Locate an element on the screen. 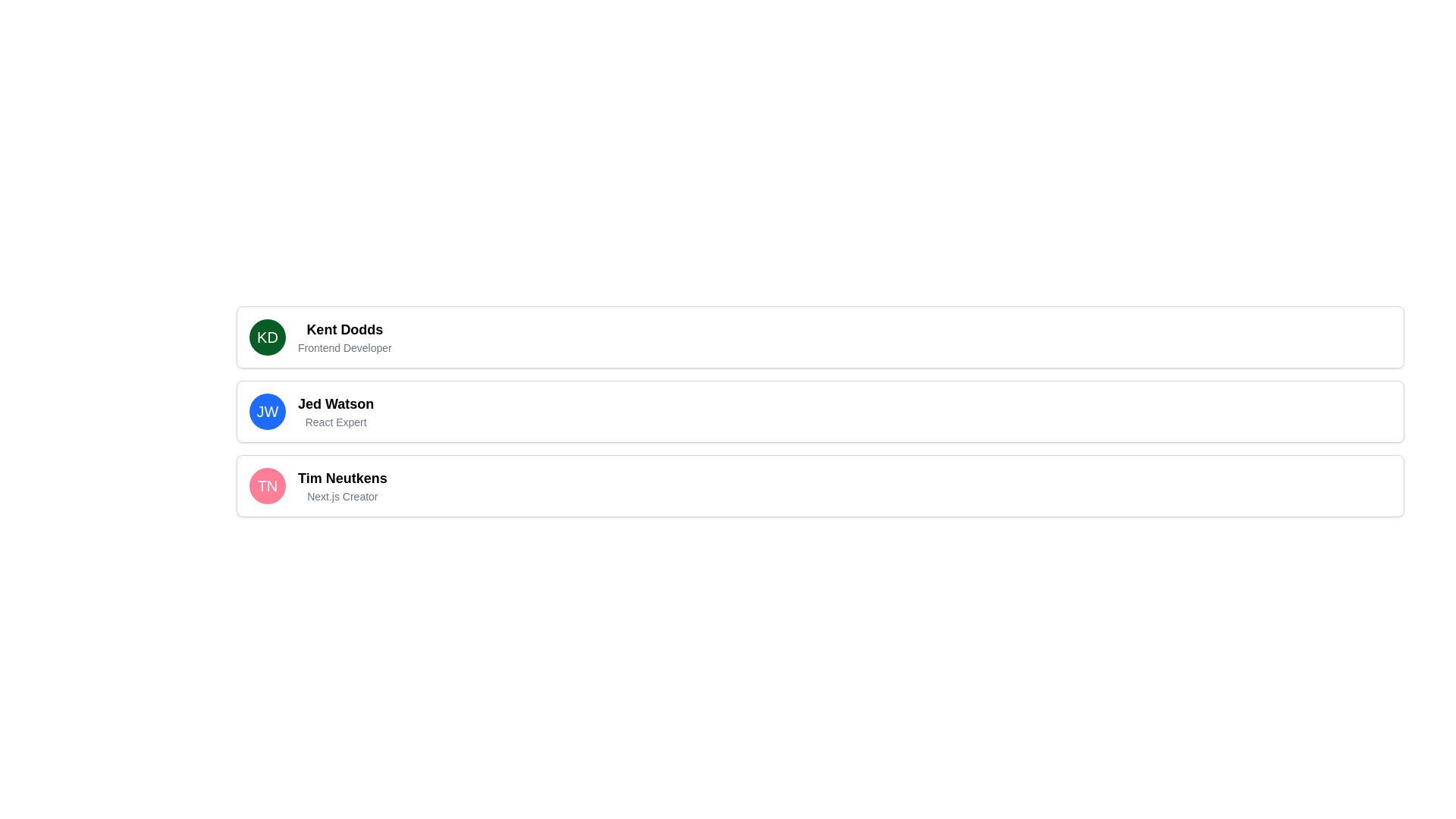  the Text Content Block displaying an individual's name and professional title, which is located to the right of an avatar with 'KD' initials in the first card of a vertically stacked list is located at coordinates (344, 336).